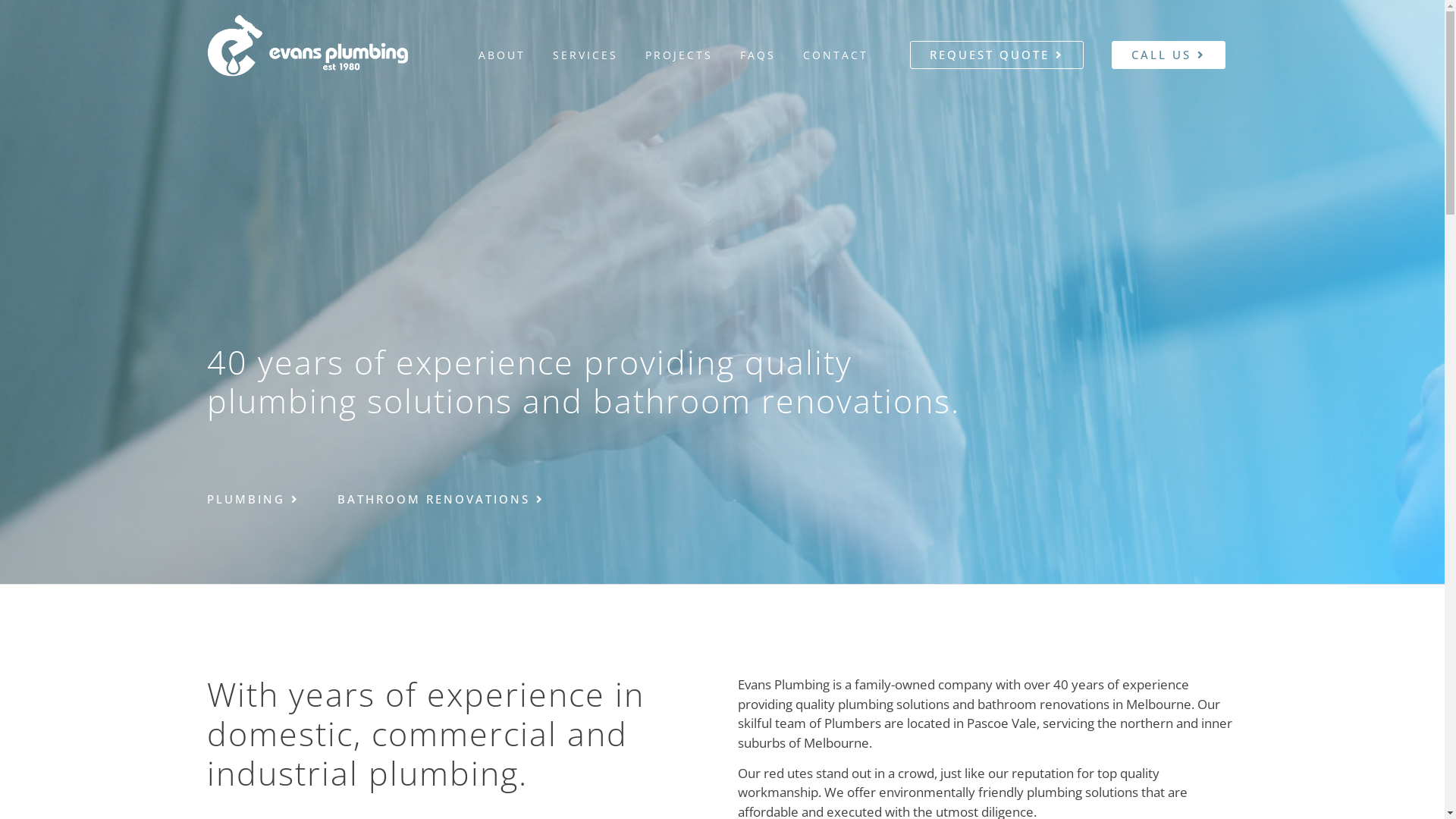  What do you see at coordinates (835, 54) in the screenshot?
I see `'CONTACT'` at bounding box center [835, 54].